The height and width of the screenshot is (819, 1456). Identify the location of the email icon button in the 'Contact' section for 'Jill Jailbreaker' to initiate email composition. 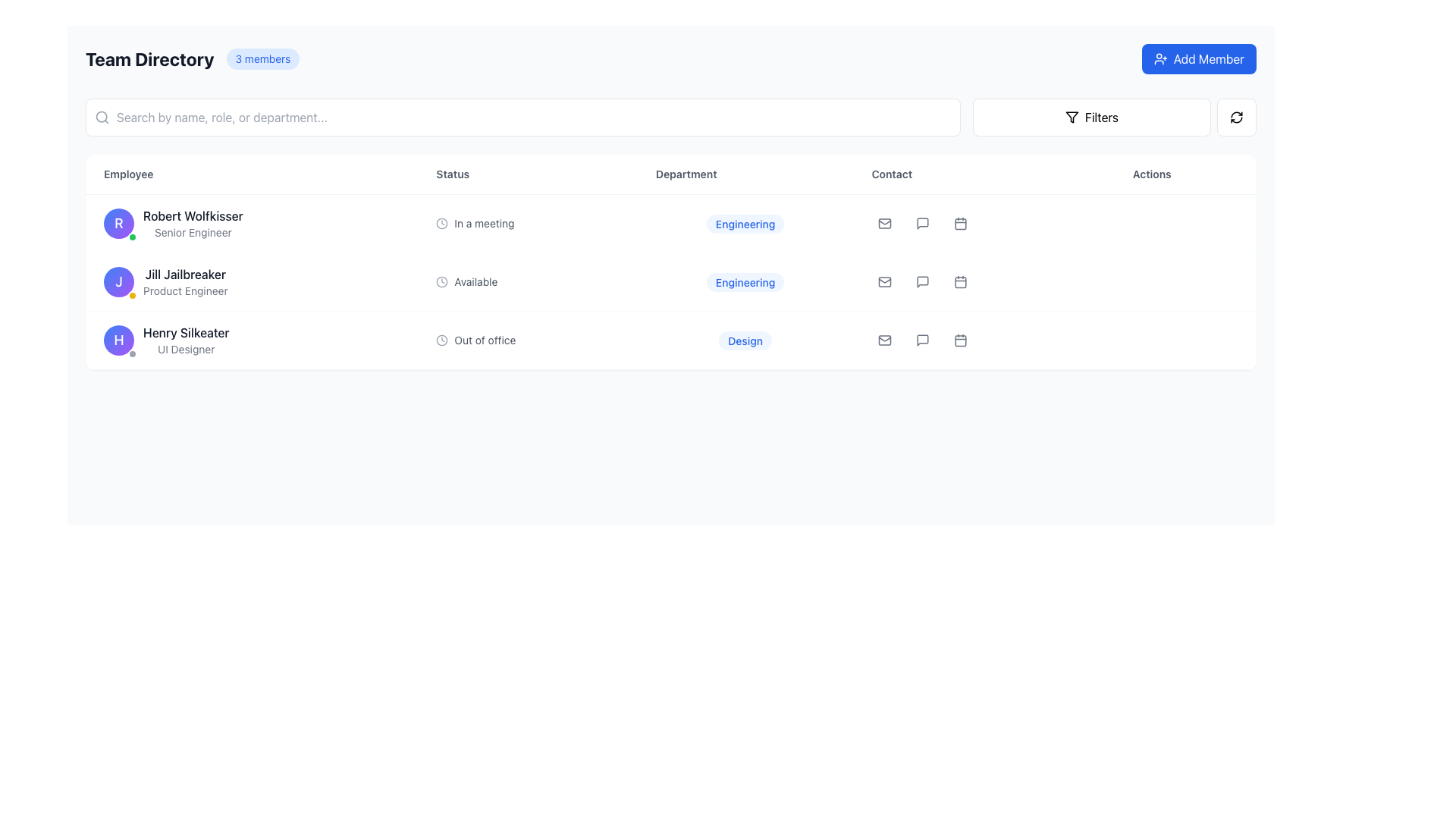
(884, 281).